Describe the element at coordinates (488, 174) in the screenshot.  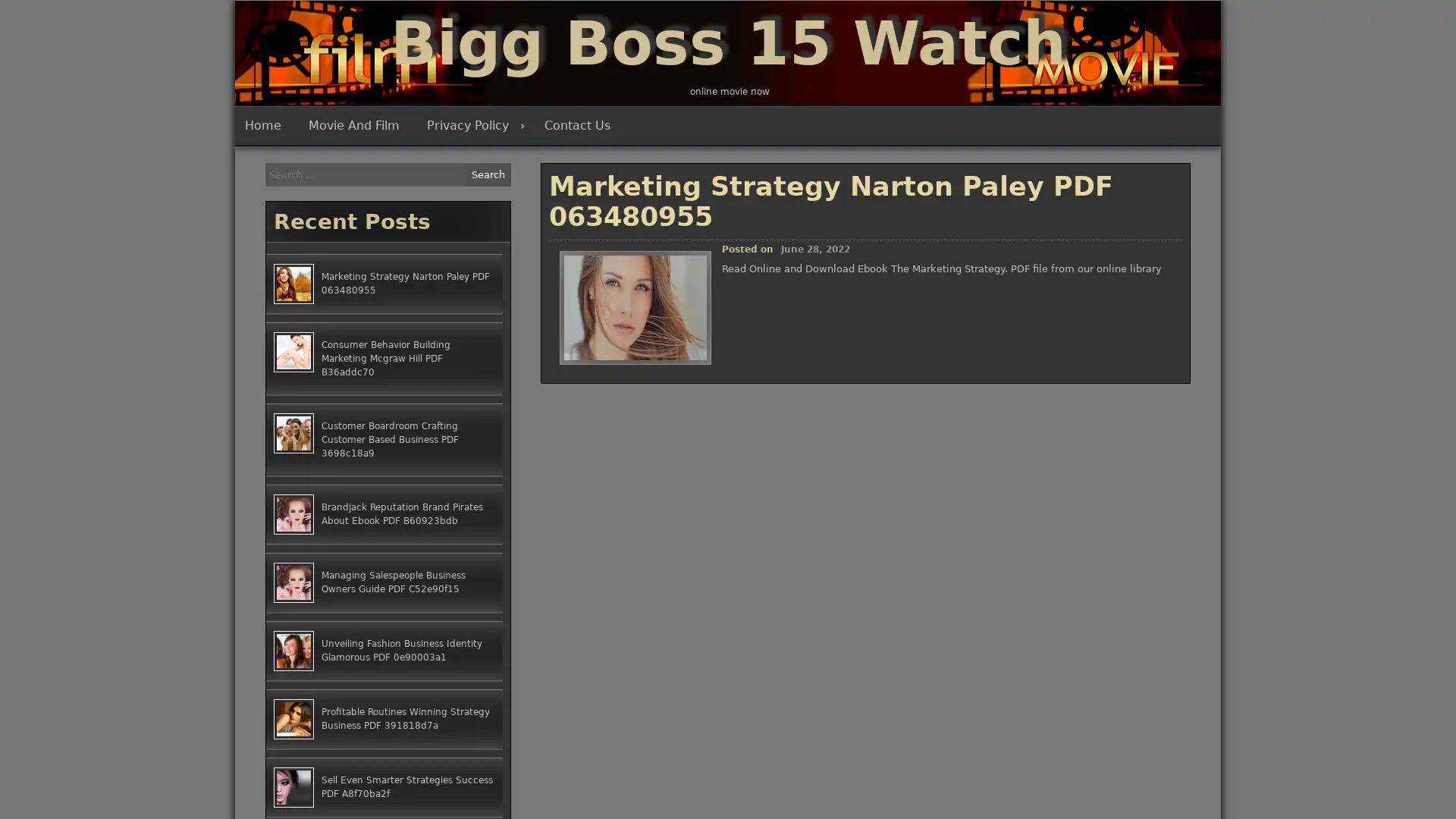
I see `Search` at that location.